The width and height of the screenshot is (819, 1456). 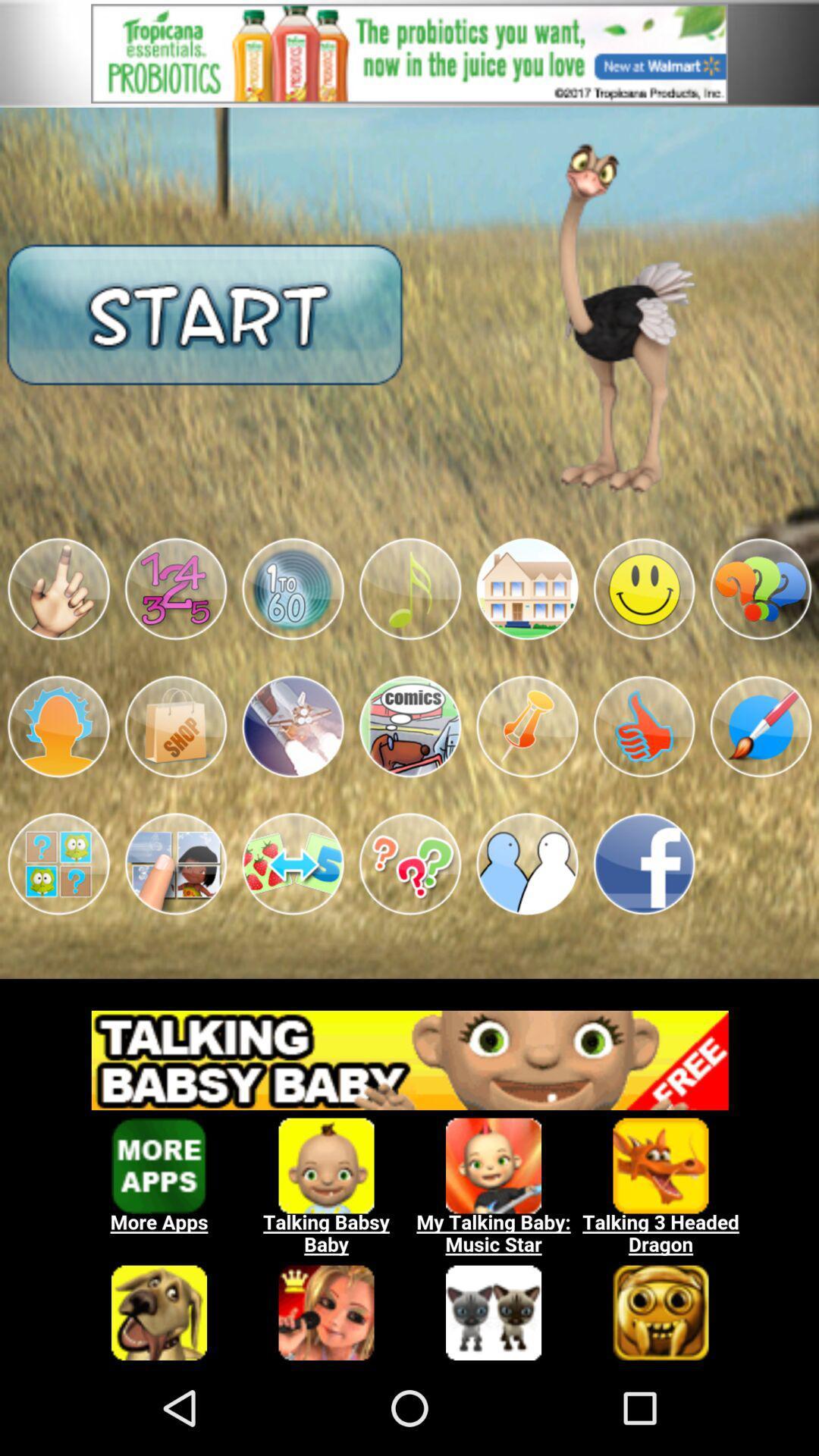 What do you see at coordinates (293, 864) in the screenshot?
I see `game icone` at bounding box center [293, 864].